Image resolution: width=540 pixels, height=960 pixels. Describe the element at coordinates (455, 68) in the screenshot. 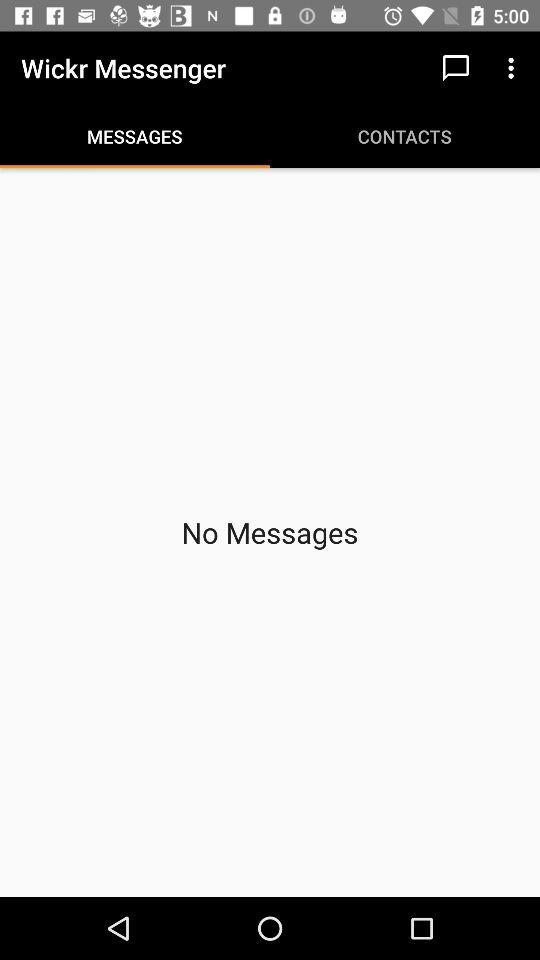

I see `the item to the right of the wickr messenger` at that location.